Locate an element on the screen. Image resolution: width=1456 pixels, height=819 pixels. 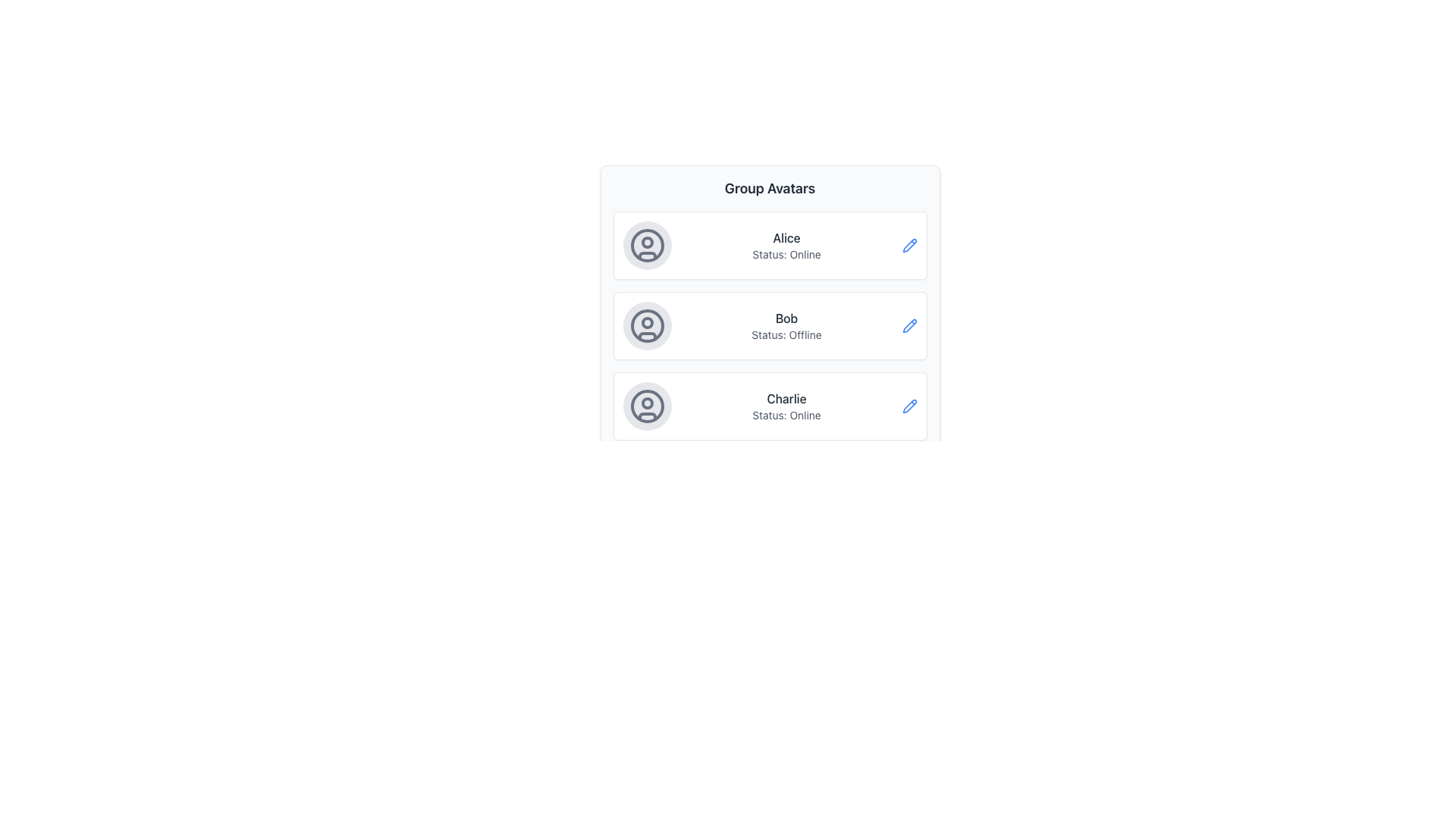
text content of the Text Label displaying 'Alice' in bold style, located at the top of the list within a contained card interface is located at coordinates (786, 237).